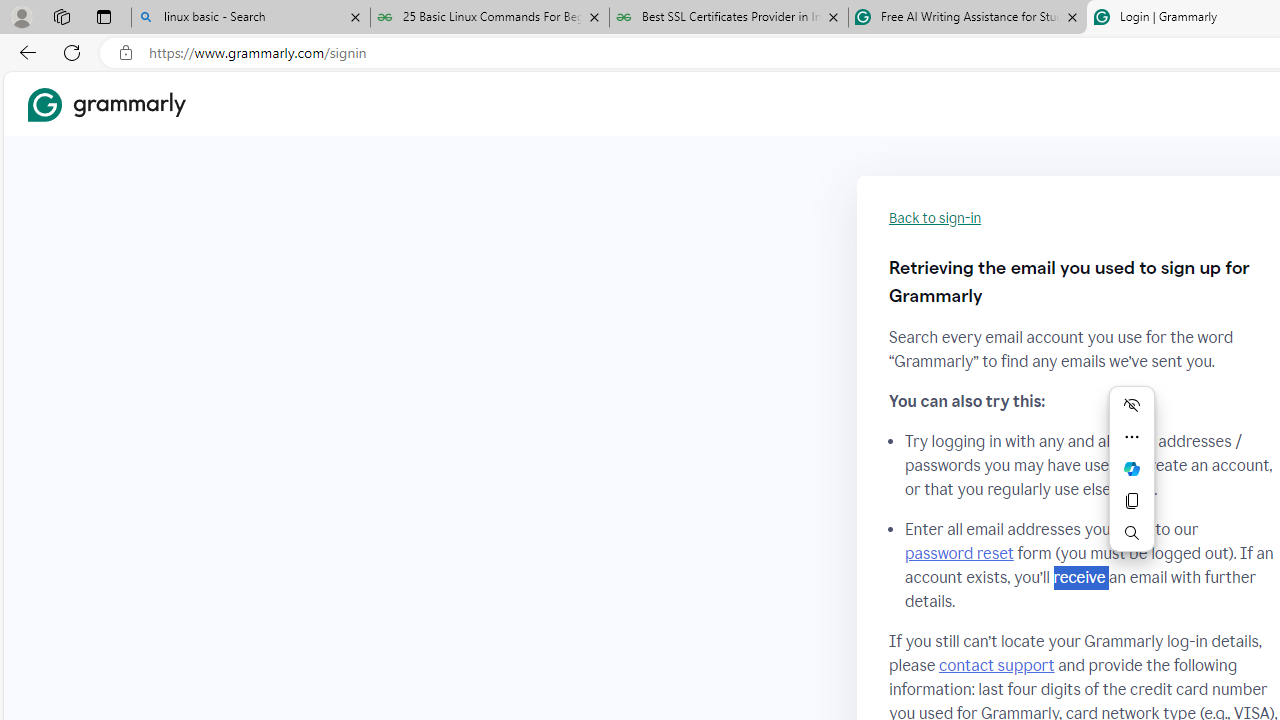  I want to click on 'linux basic - Search', so click(249, 17).